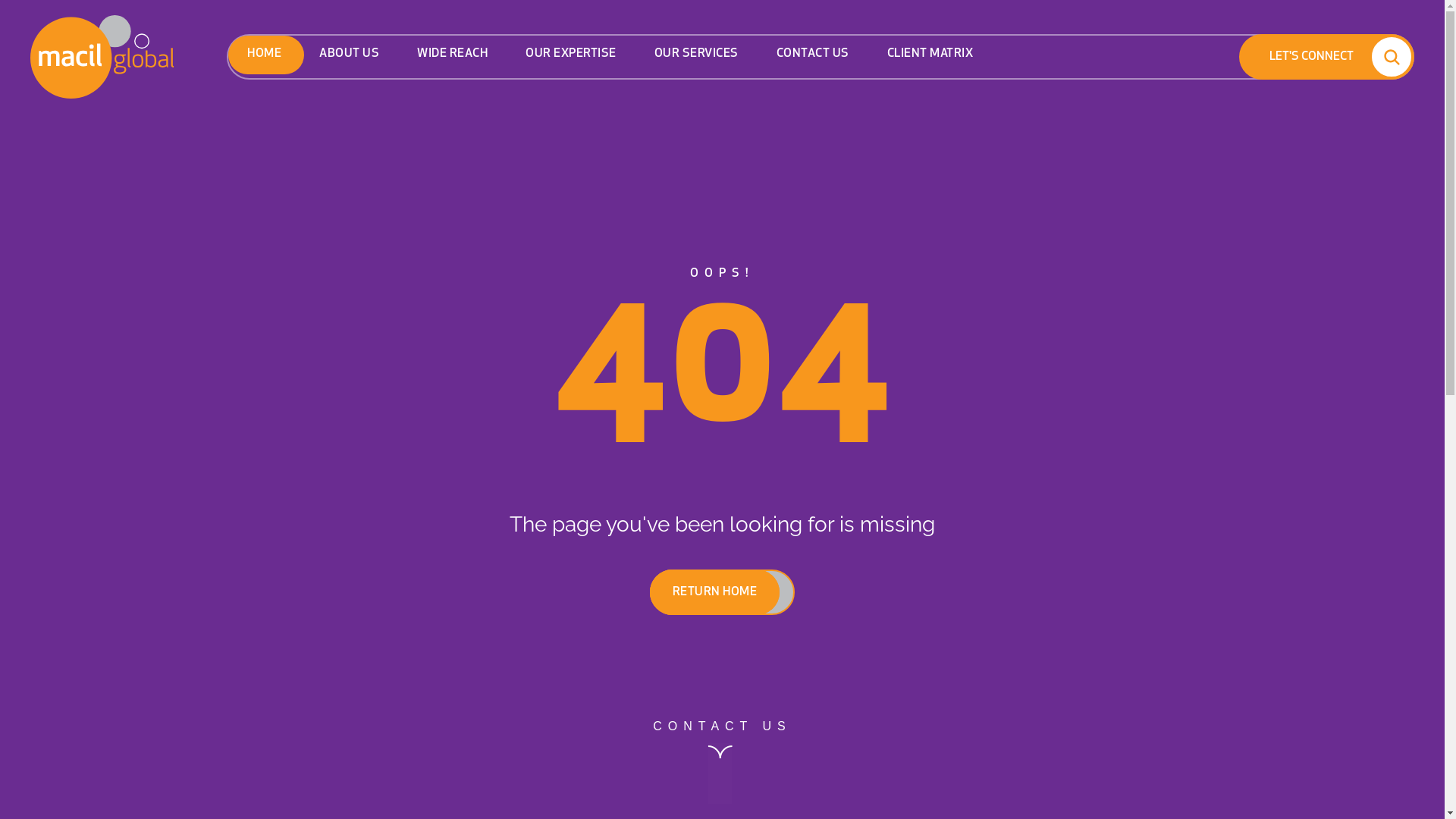 The width and height of the screenshot is (1456, 819). Describe the element at coordinates (1322, 55) in the screenshot. I see `'LET'S CONNECT'` at that location.